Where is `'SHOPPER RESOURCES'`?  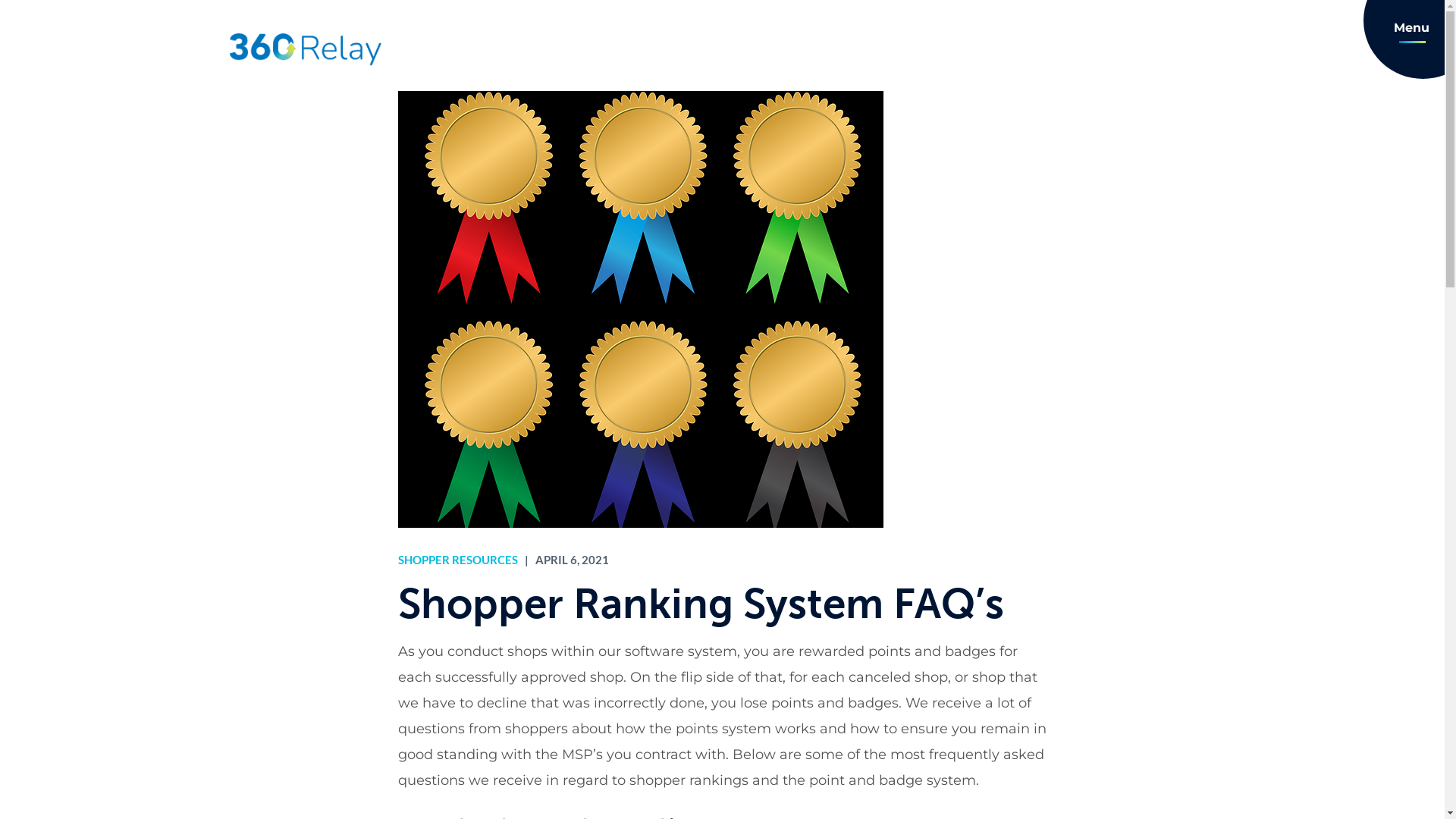
'SHOPPER RESOURCES' is located at coordinates (457, 559).